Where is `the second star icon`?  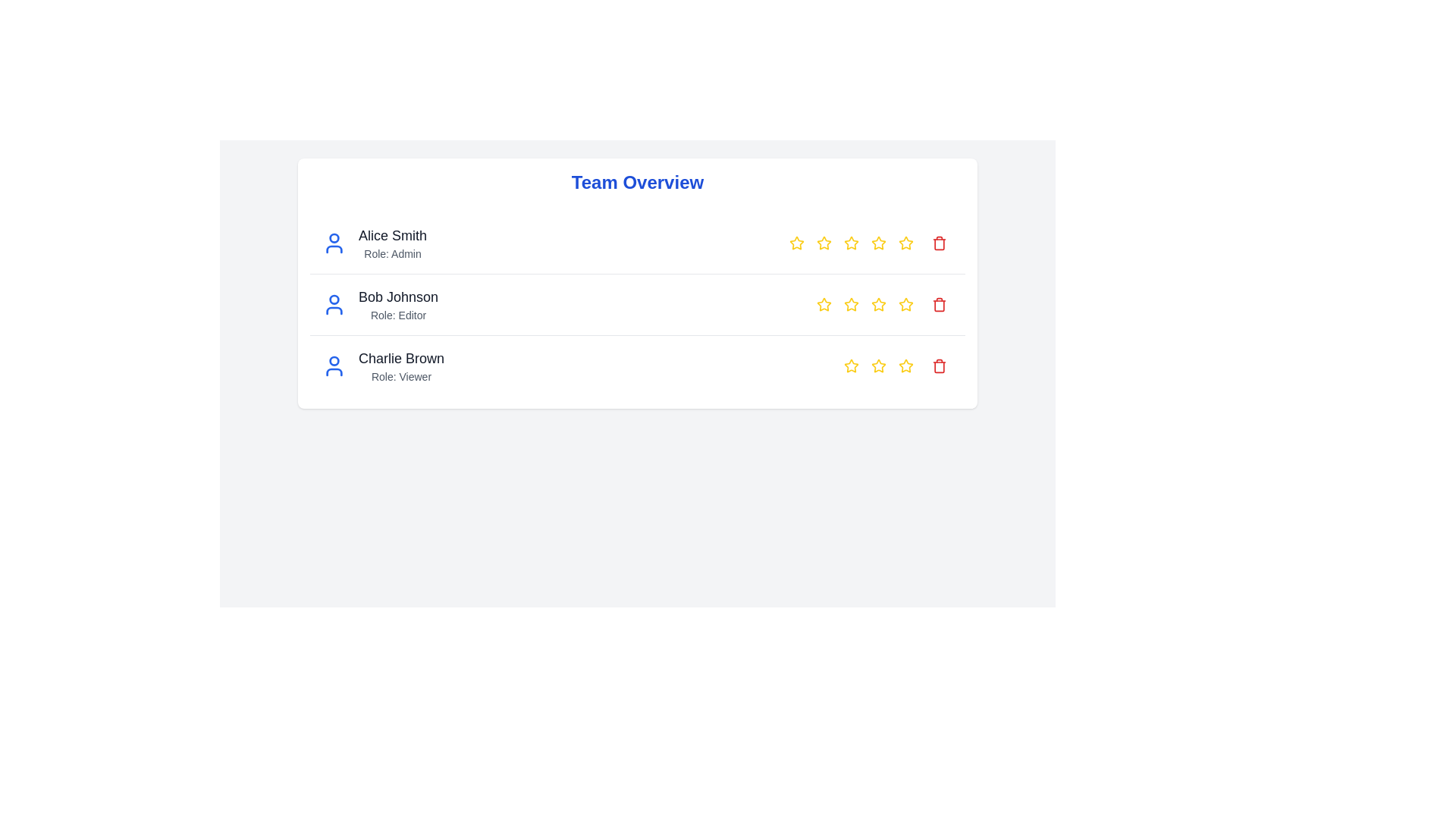
the second star icon is located at coordinates (823, 242).